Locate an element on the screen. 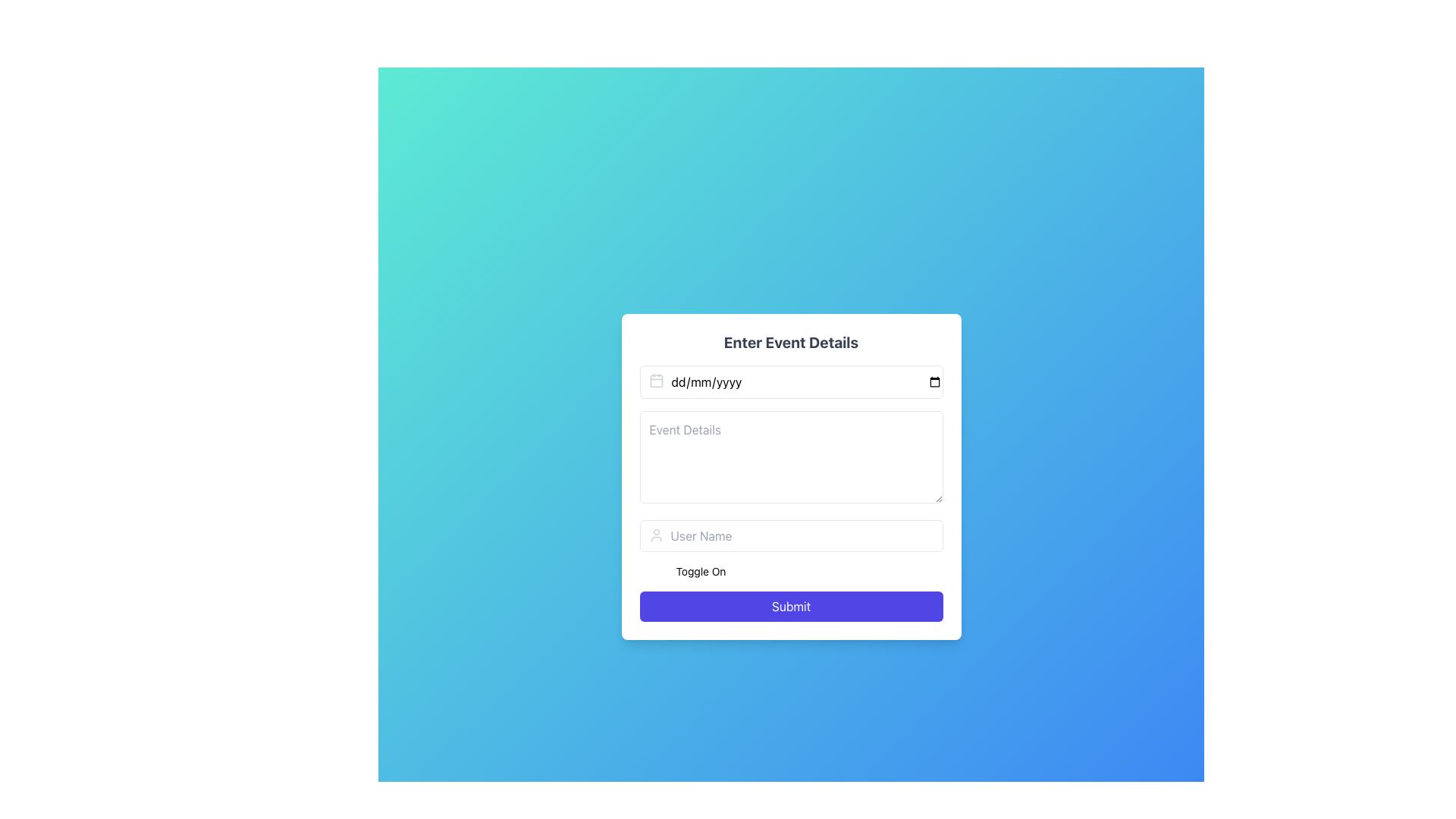  the final button located at the bottom of the modal titled 'Enter Event Details' is located at coordinates (790, 605).